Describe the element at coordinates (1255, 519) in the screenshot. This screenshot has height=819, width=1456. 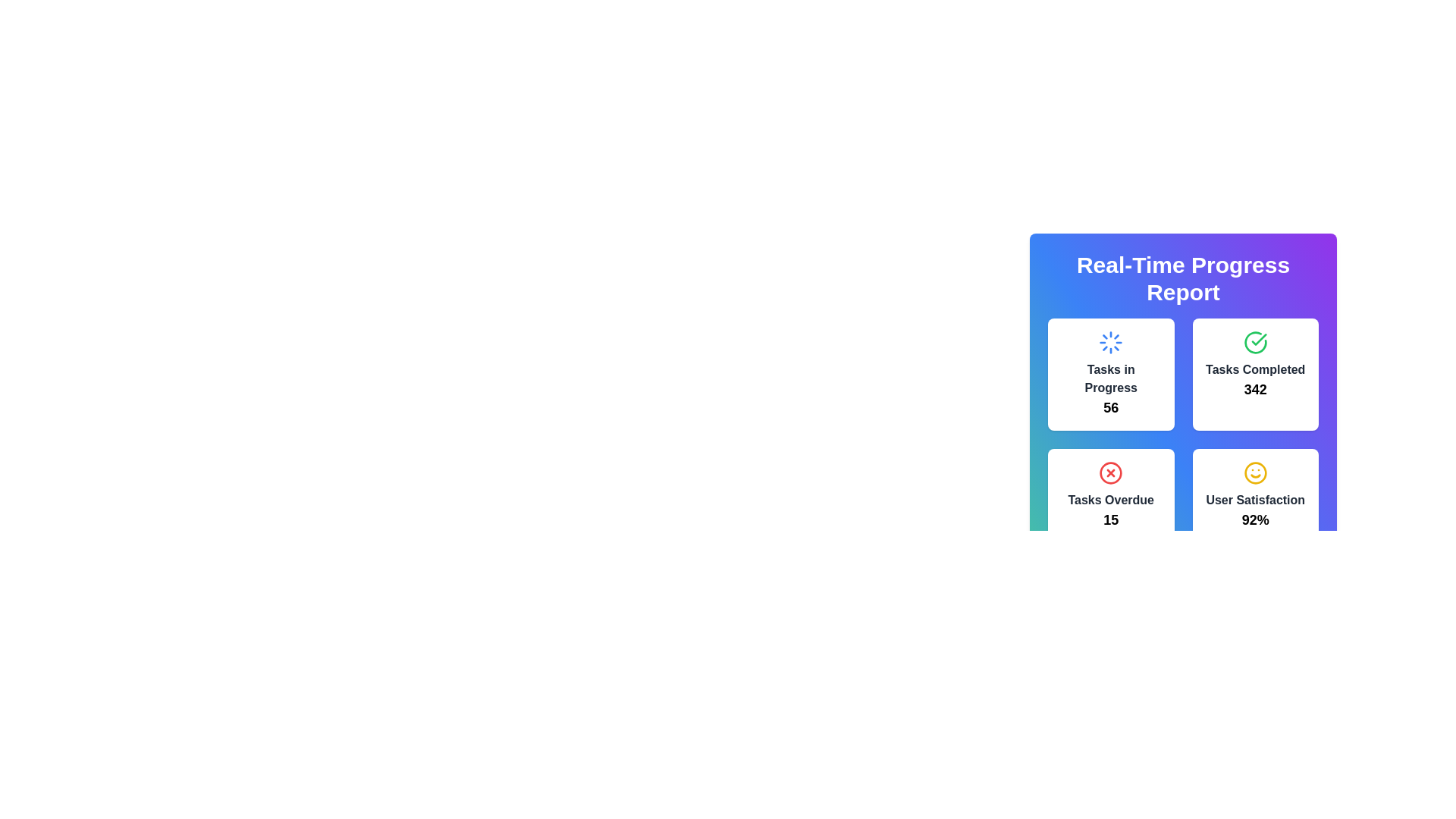
I see `the bold text '92%' displayed in large font size and black color, located at the bottom of the user satisfaction card in the bottom-right corner of a 2x2 grid layout` at that location.